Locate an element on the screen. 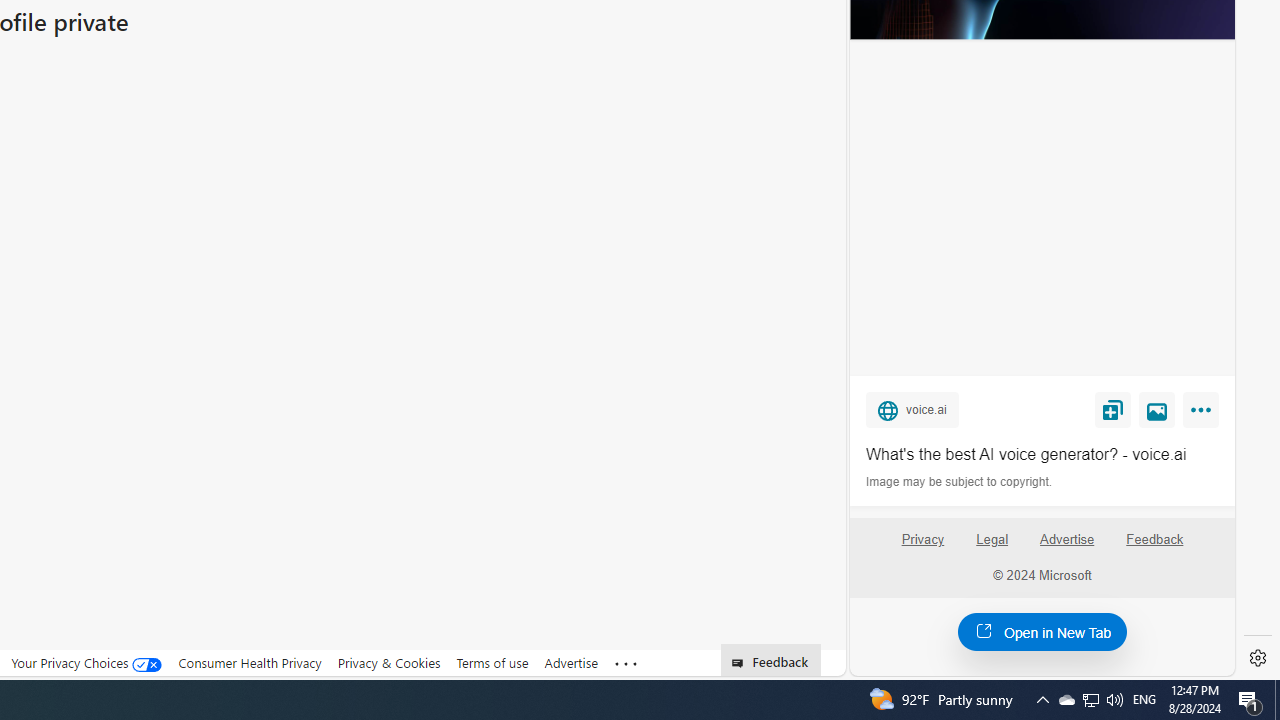  'Consumer Health Privacy' is located at coordinates (249, 662).